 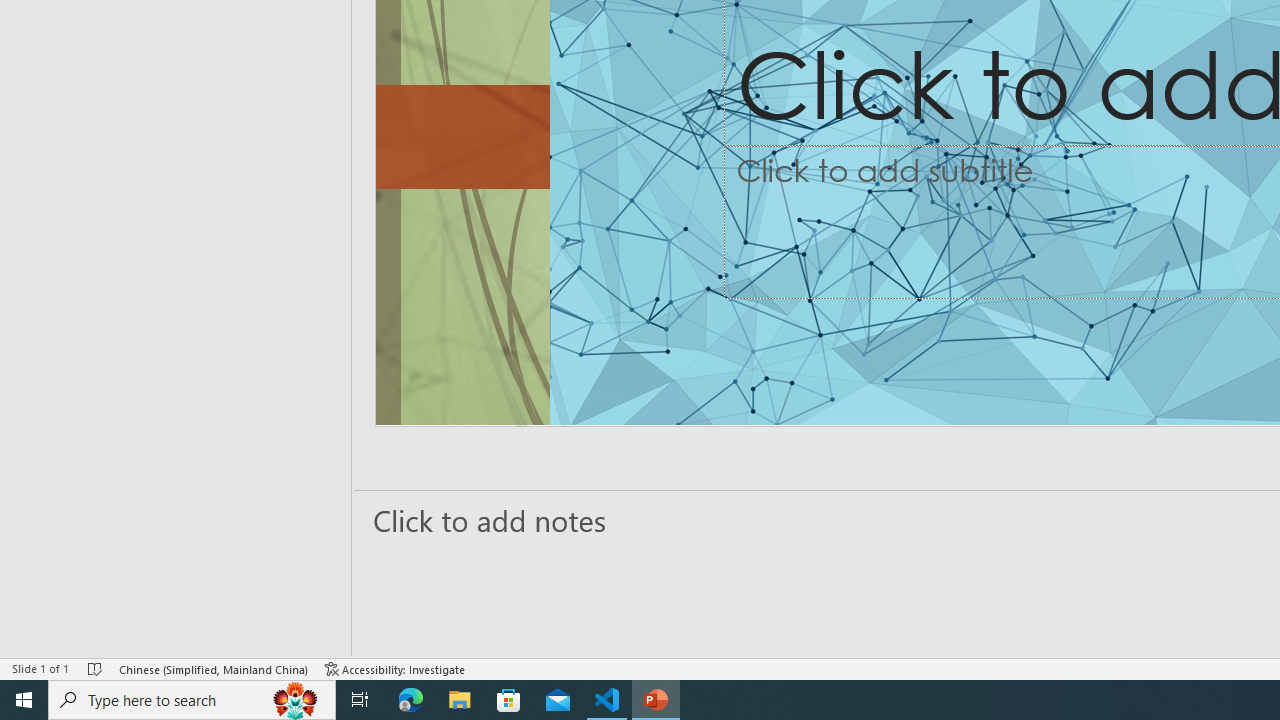 I want to click on 'Accessibility Checker Accessibility: Investigate', so click(x=395, y=669).